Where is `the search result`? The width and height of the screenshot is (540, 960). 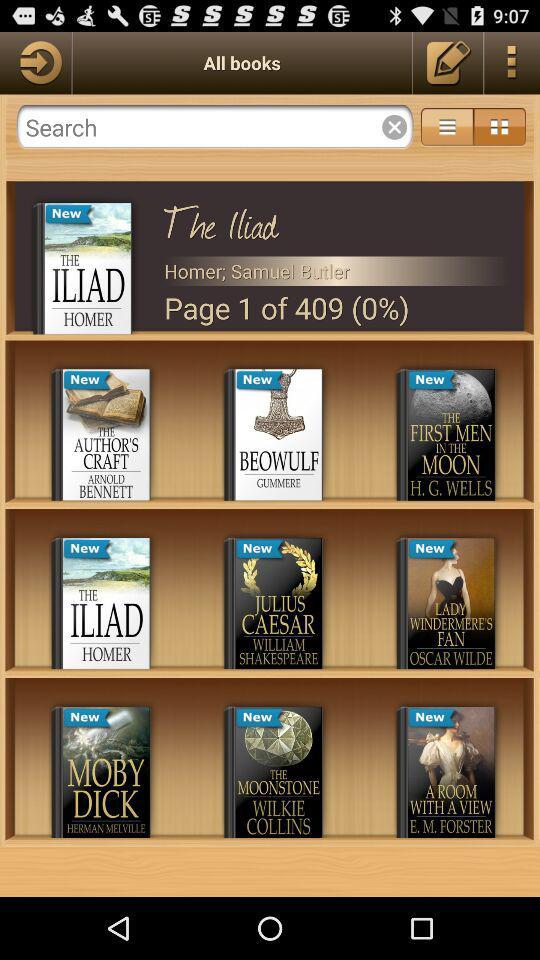
the search result is located at coordinates (394, 126).